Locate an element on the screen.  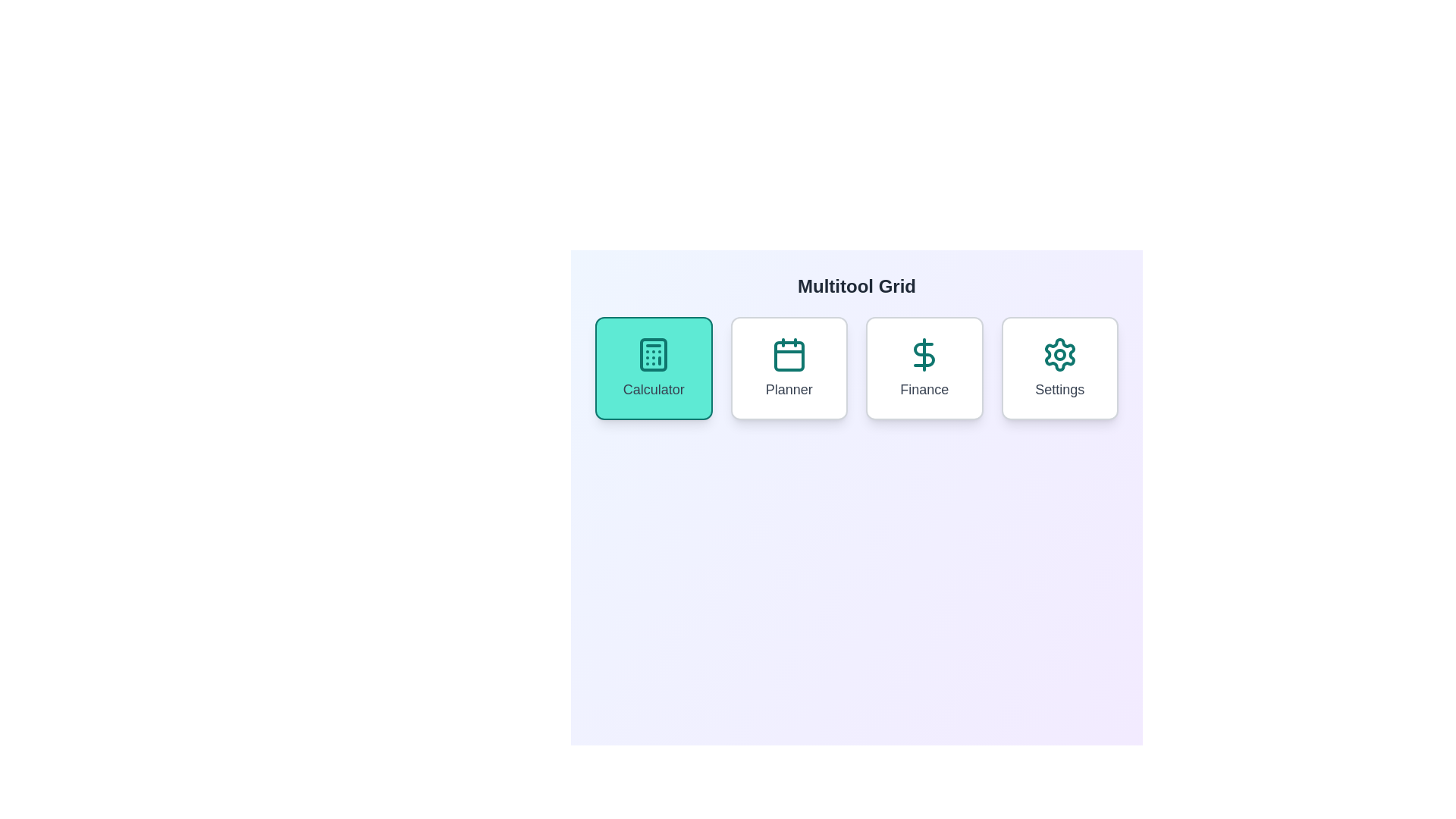
the 'Planner' button, which is the second button in a grid of four, located between the 'Calculator' button and the 'Finance' button is located at coordinates (789, 369).